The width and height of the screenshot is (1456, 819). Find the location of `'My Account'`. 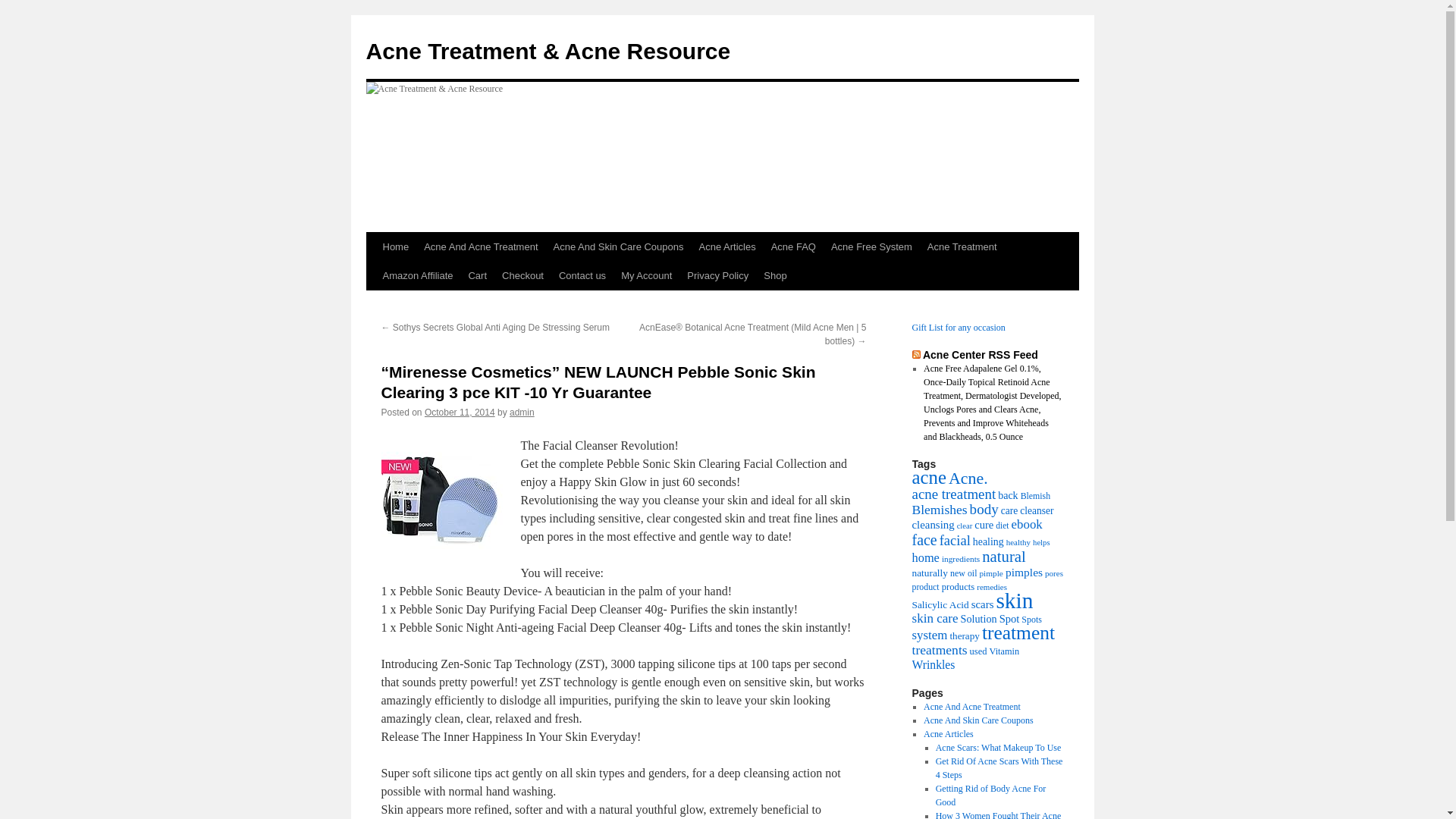

'My Account' is located at coordinates (646, 275).